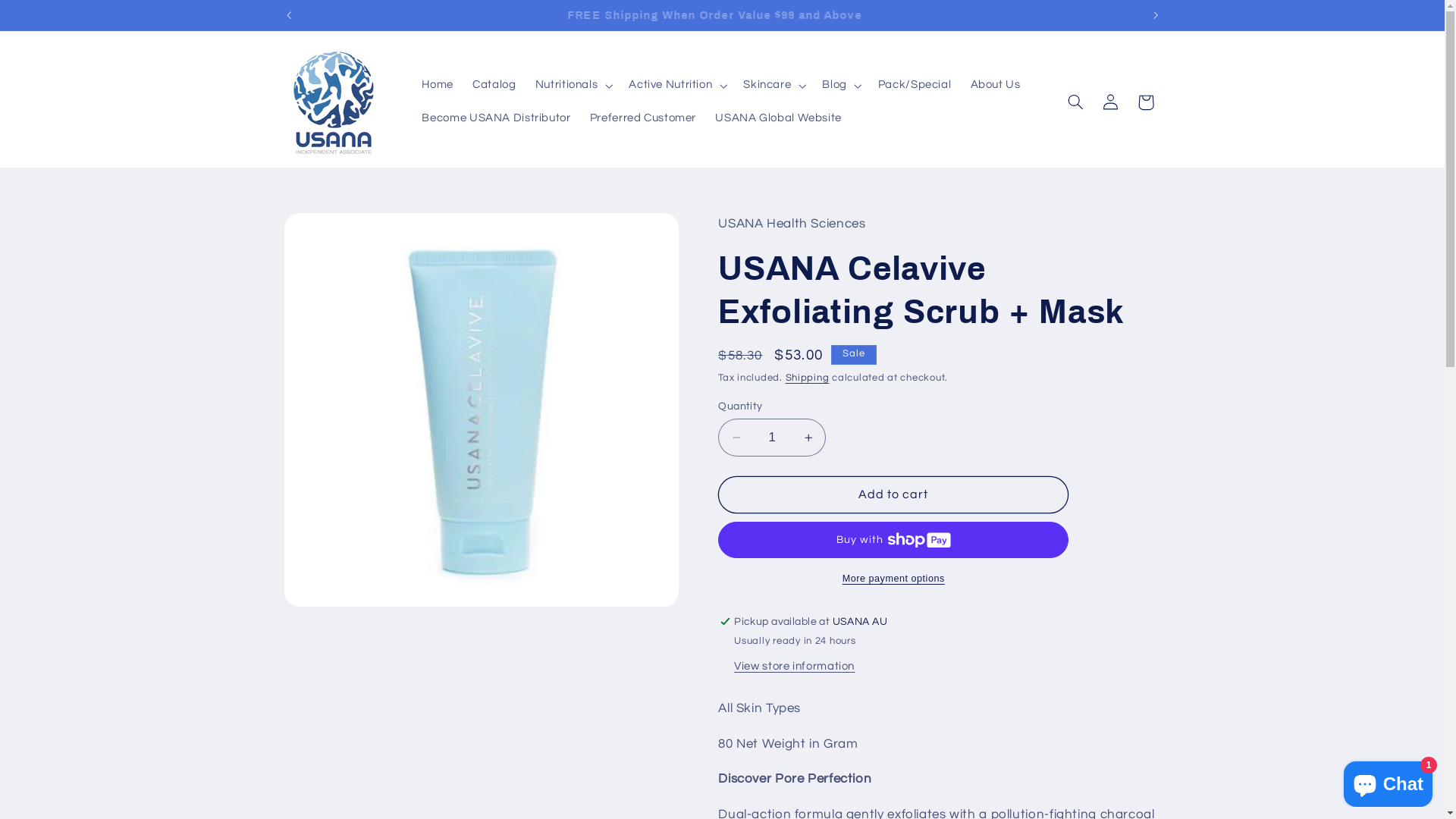  I want to click on 'Cart', so click(1146, 102).